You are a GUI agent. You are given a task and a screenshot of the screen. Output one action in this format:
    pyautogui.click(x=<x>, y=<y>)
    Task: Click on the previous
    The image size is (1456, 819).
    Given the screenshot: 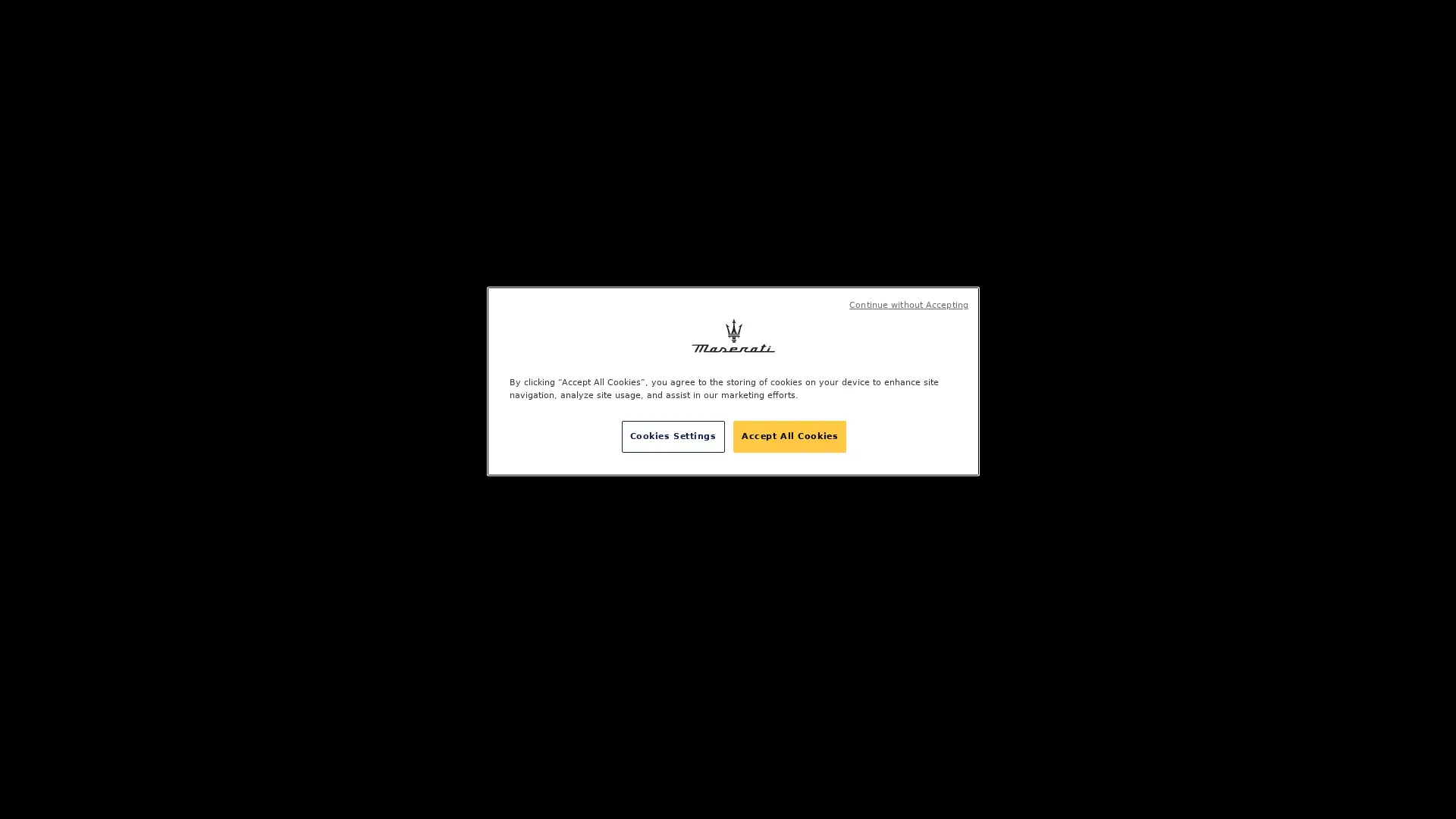 What is the action you would take?
    pyautogui.click(x=196, y=353)
    